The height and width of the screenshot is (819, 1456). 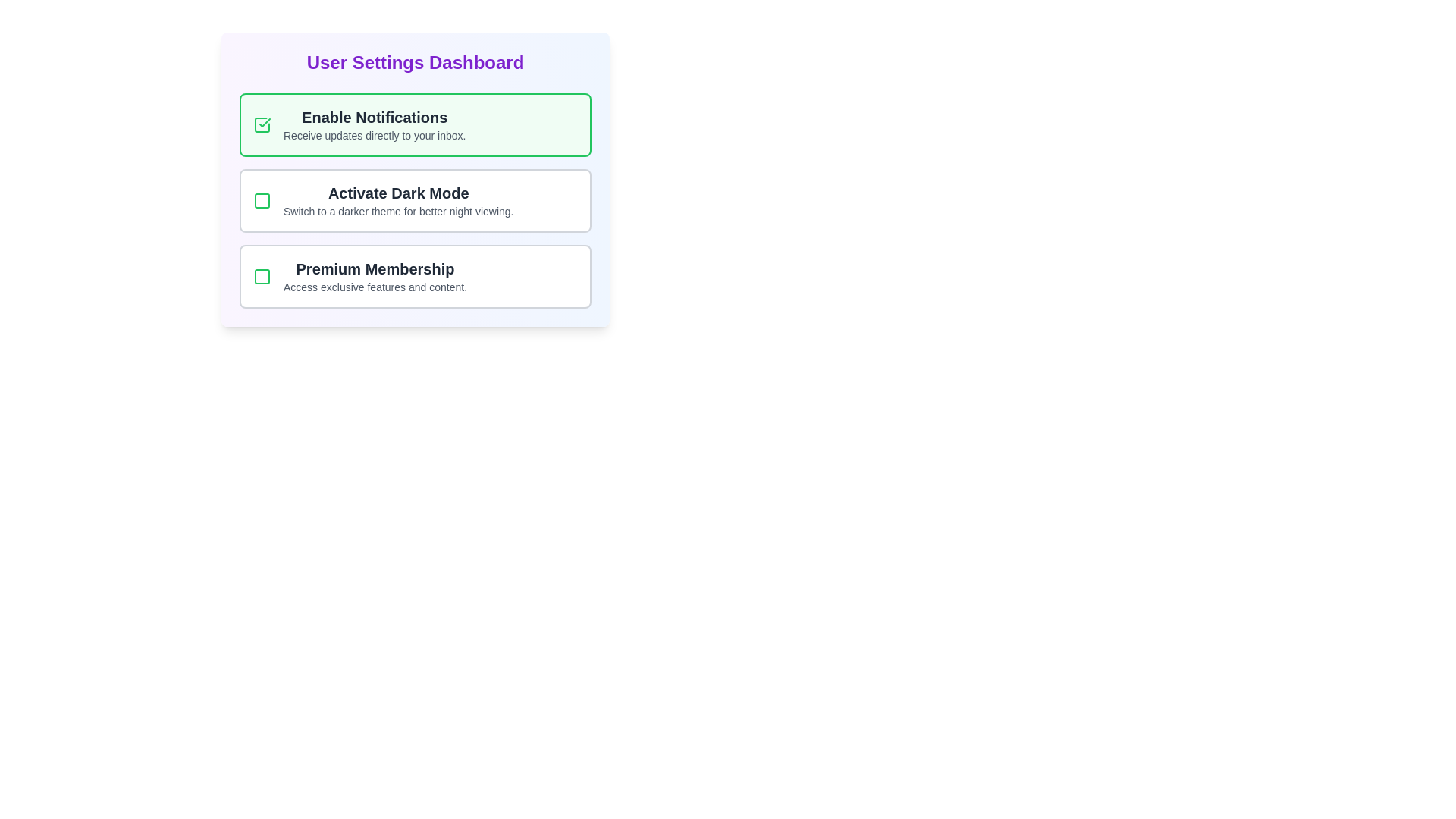 What do you see at coordinates (375, 287) in the screenshot?
I see `the descriptive text label for the 'Premium Membership' option, which is located below the main 'Premium Membership' text, providing additional information about its benefits` at bounding box center [375, 287].